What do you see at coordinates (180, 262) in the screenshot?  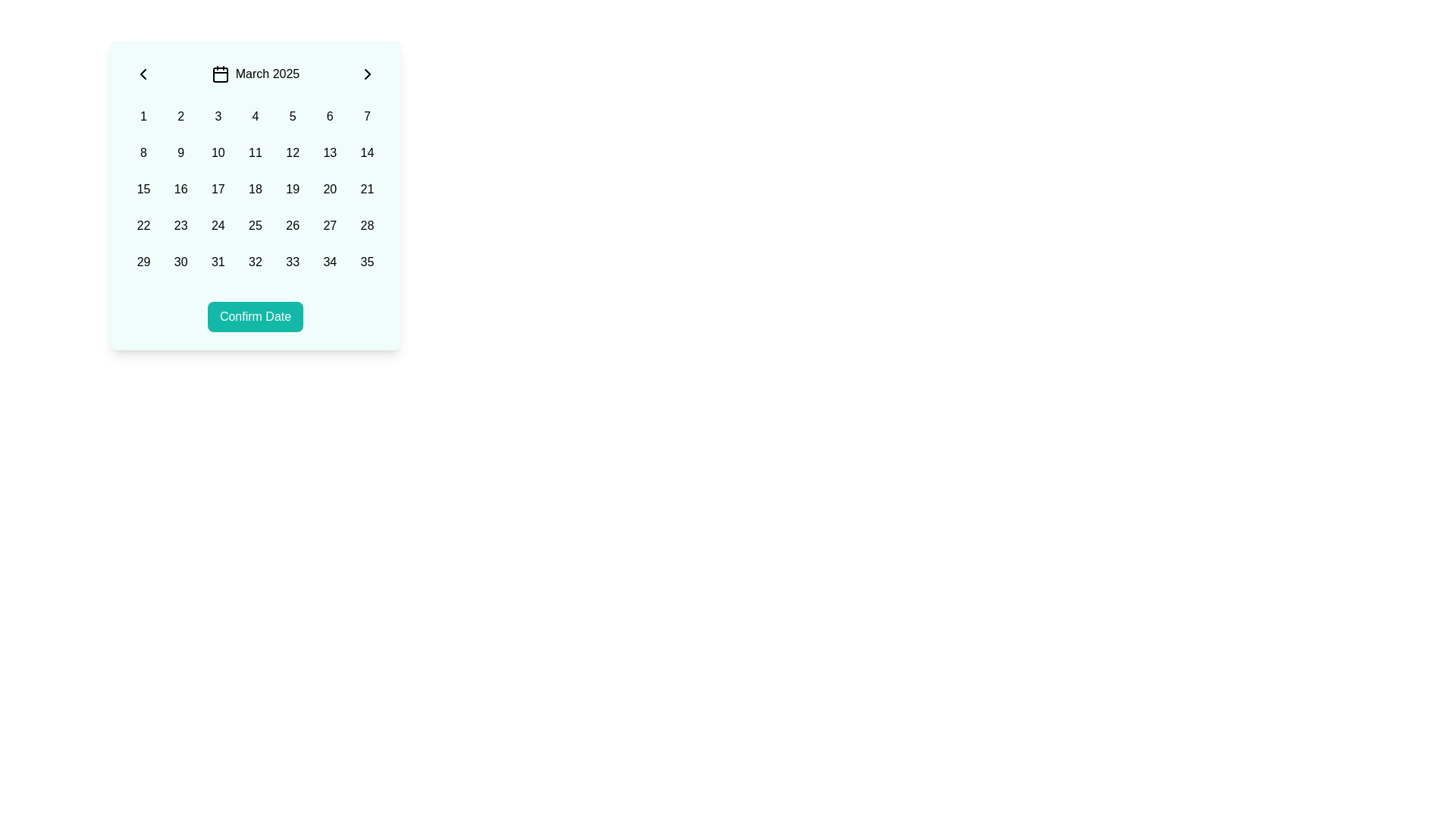 I see `the selectable calendar date button representing the number '30'` at bounding box center [180, 262].